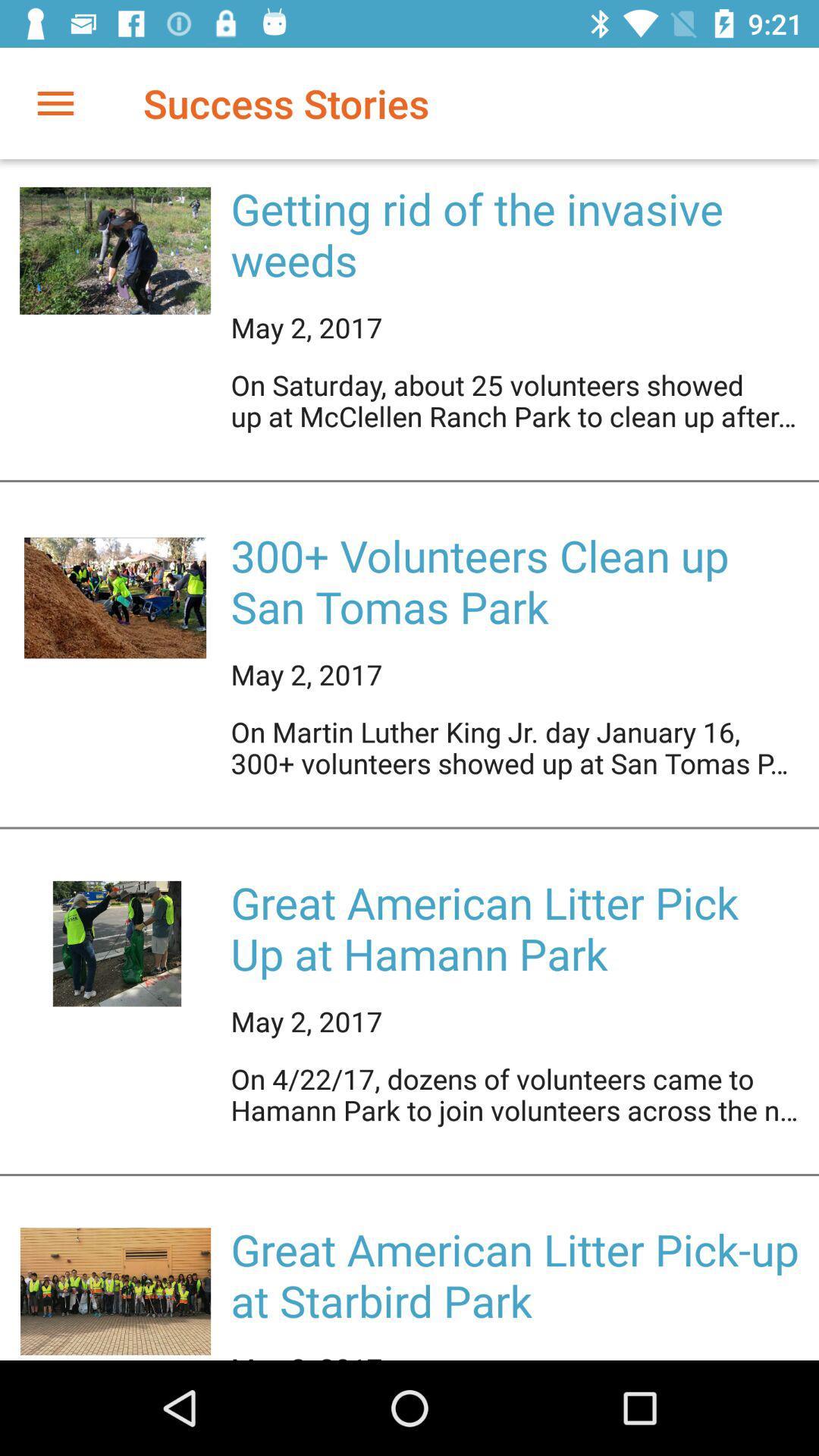 The image size is (819, 1456). I want to click on the icon next to success stories item, so click(55, 102).